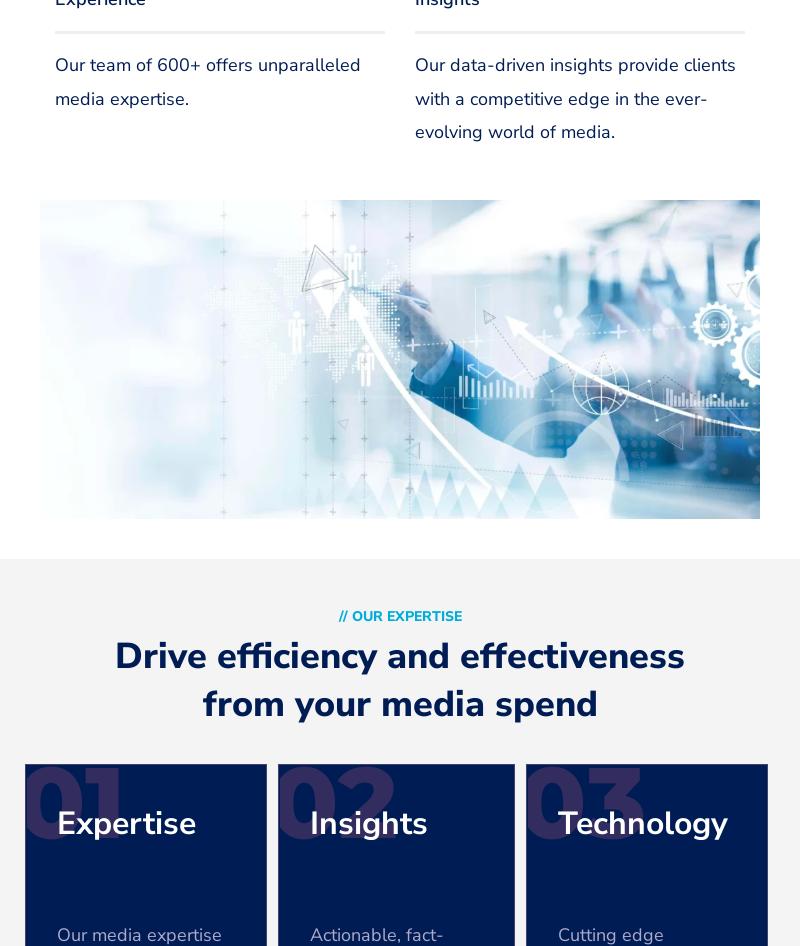 Image resolution: width=800 pixels, height=946 pixels. What do you see at coordinates (208, 79) in the screenshot?
I see `'Our team of 600+ offers unparalleled media expertise.'` at bounding box center [208, 79].